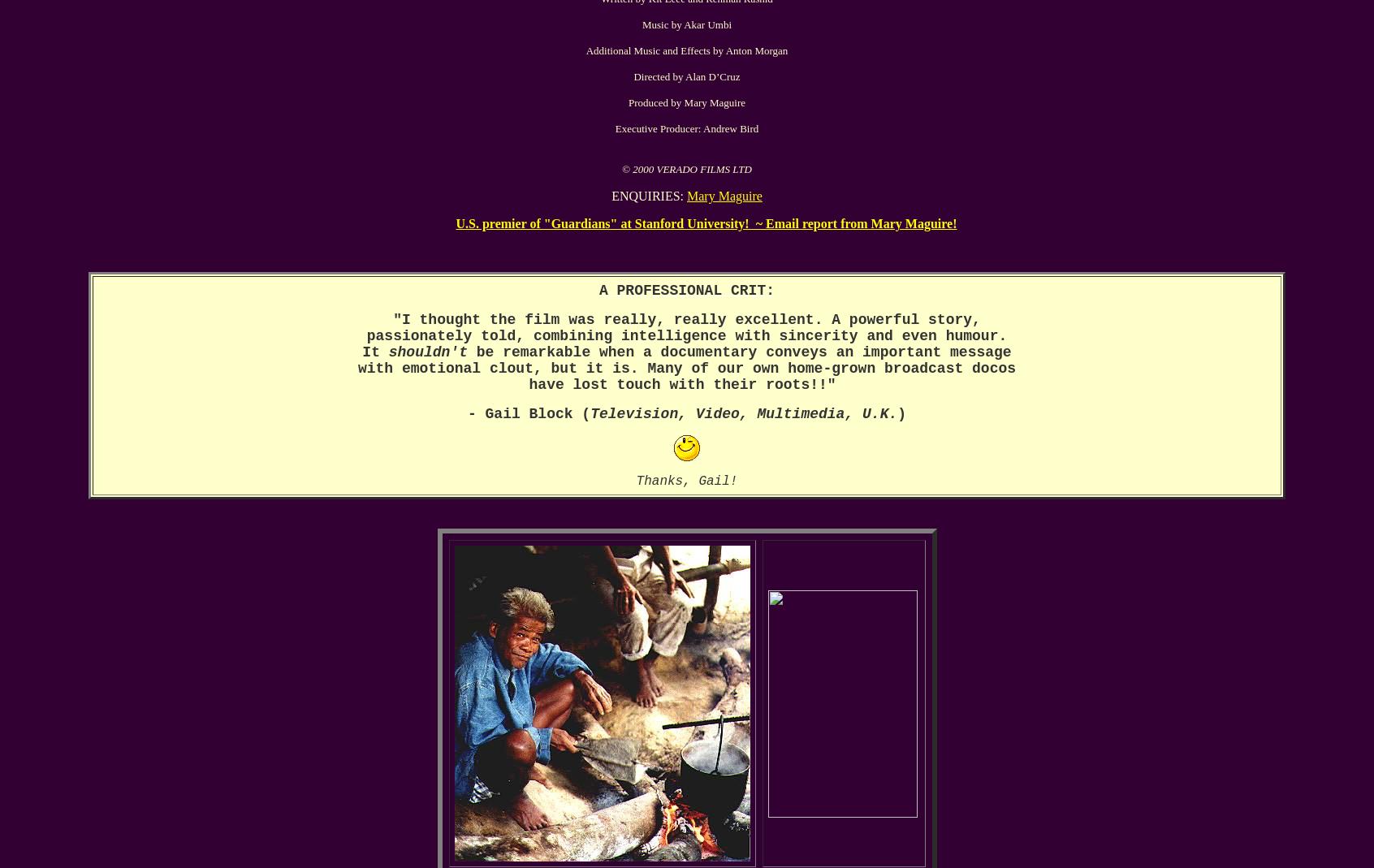 The image size is (1374, 868). Describe the element at coordinates (365, 336) in the screenshot. I see `'passionately
told, combining intelligence with sincerity and even humour.'` at that location.